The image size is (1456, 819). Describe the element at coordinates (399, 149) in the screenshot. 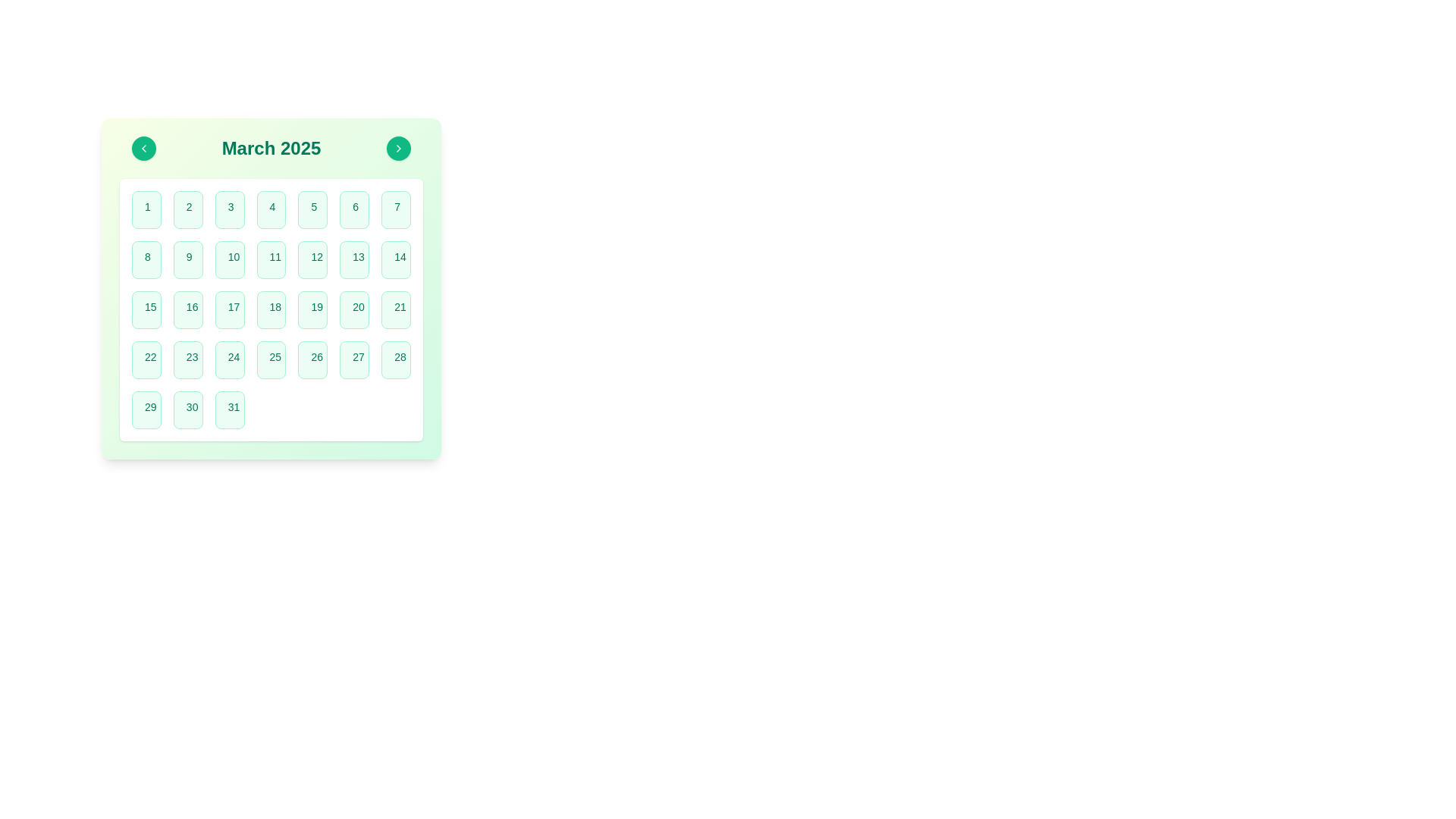

I see `the circular green button with an icon located at the top right of the calendar widget` at that location.